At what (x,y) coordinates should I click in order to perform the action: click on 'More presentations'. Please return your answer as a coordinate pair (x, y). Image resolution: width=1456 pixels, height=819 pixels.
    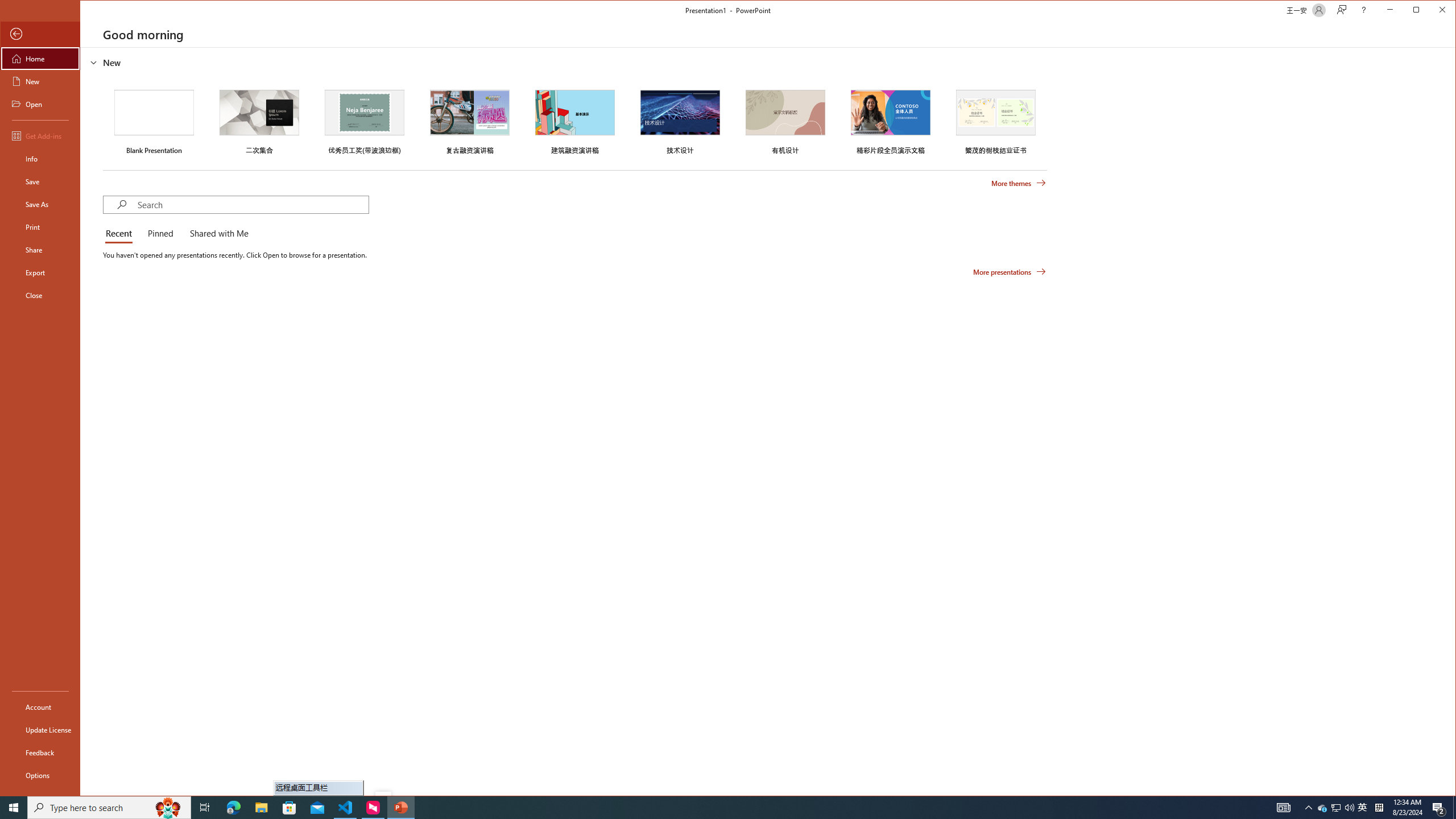
    Looking at the image, I should click on (1009, 272).